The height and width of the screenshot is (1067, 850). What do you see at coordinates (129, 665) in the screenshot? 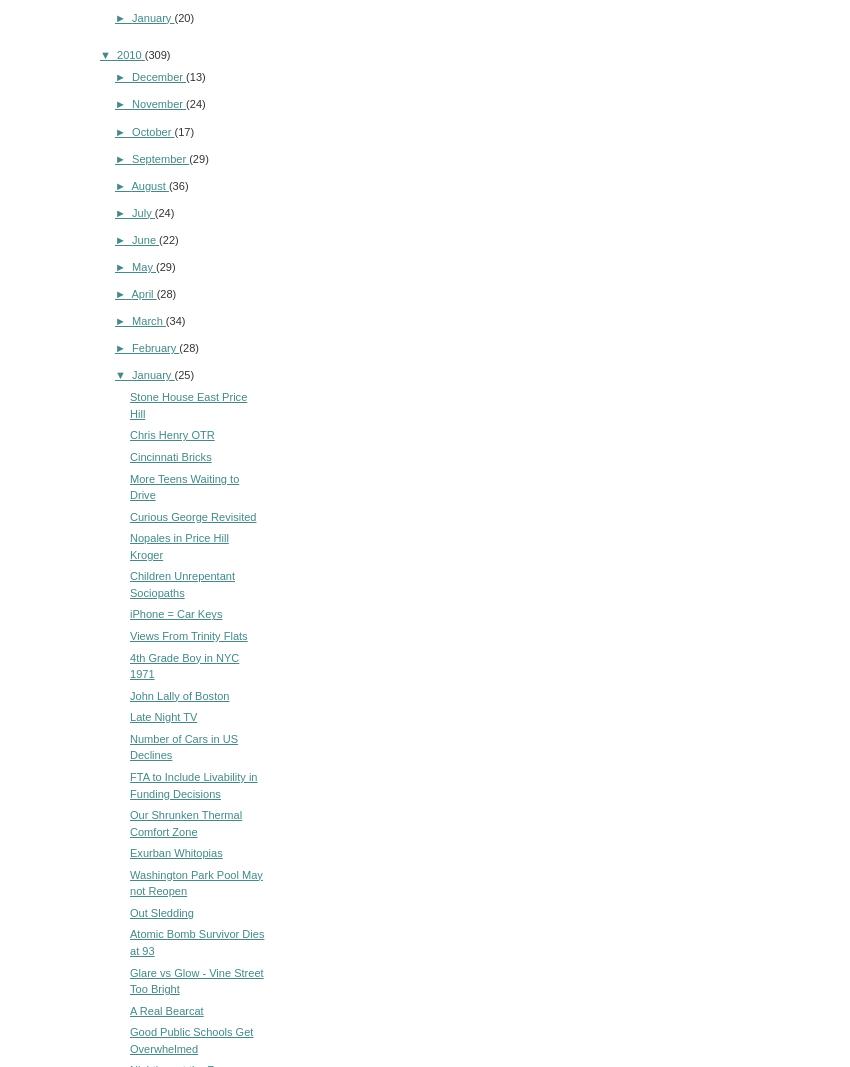
I see `'4th Grade Boy in NYC 1971'` at bounding box center [129, 665].